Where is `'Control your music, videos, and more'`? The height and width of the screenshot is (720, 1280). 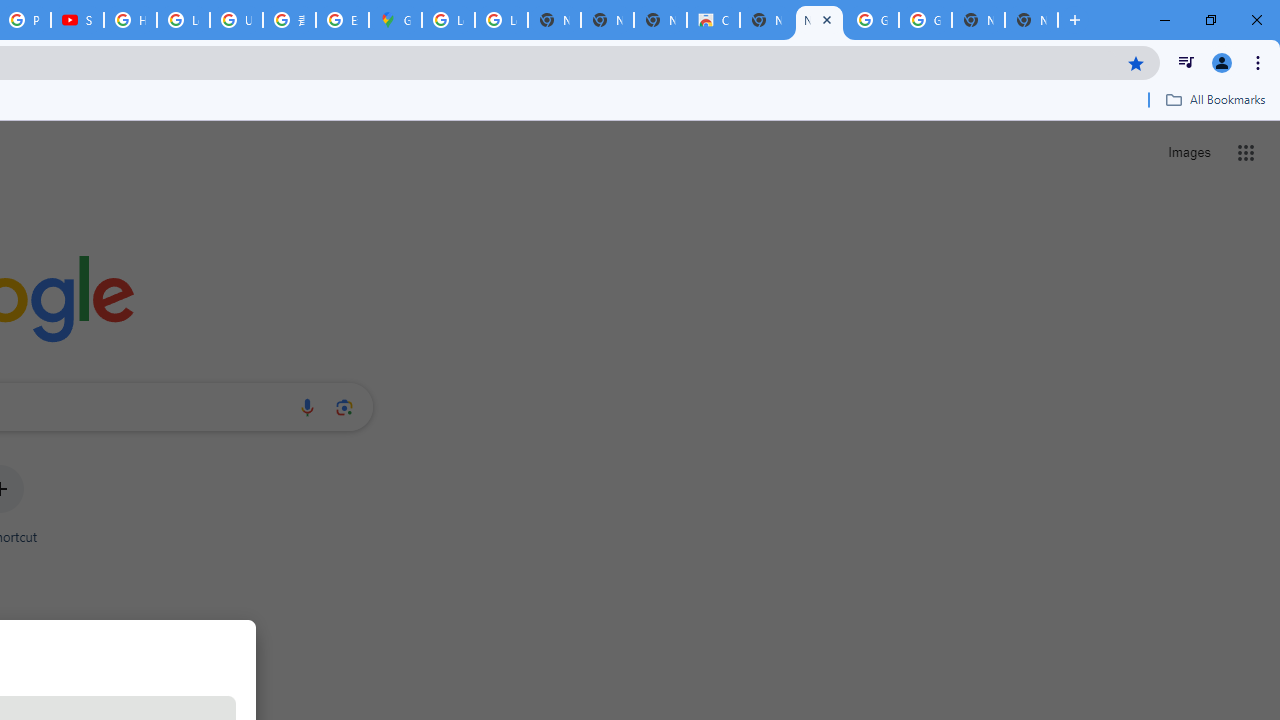 'Control your music, videos, and more' is located at coordinates (1185, 61).